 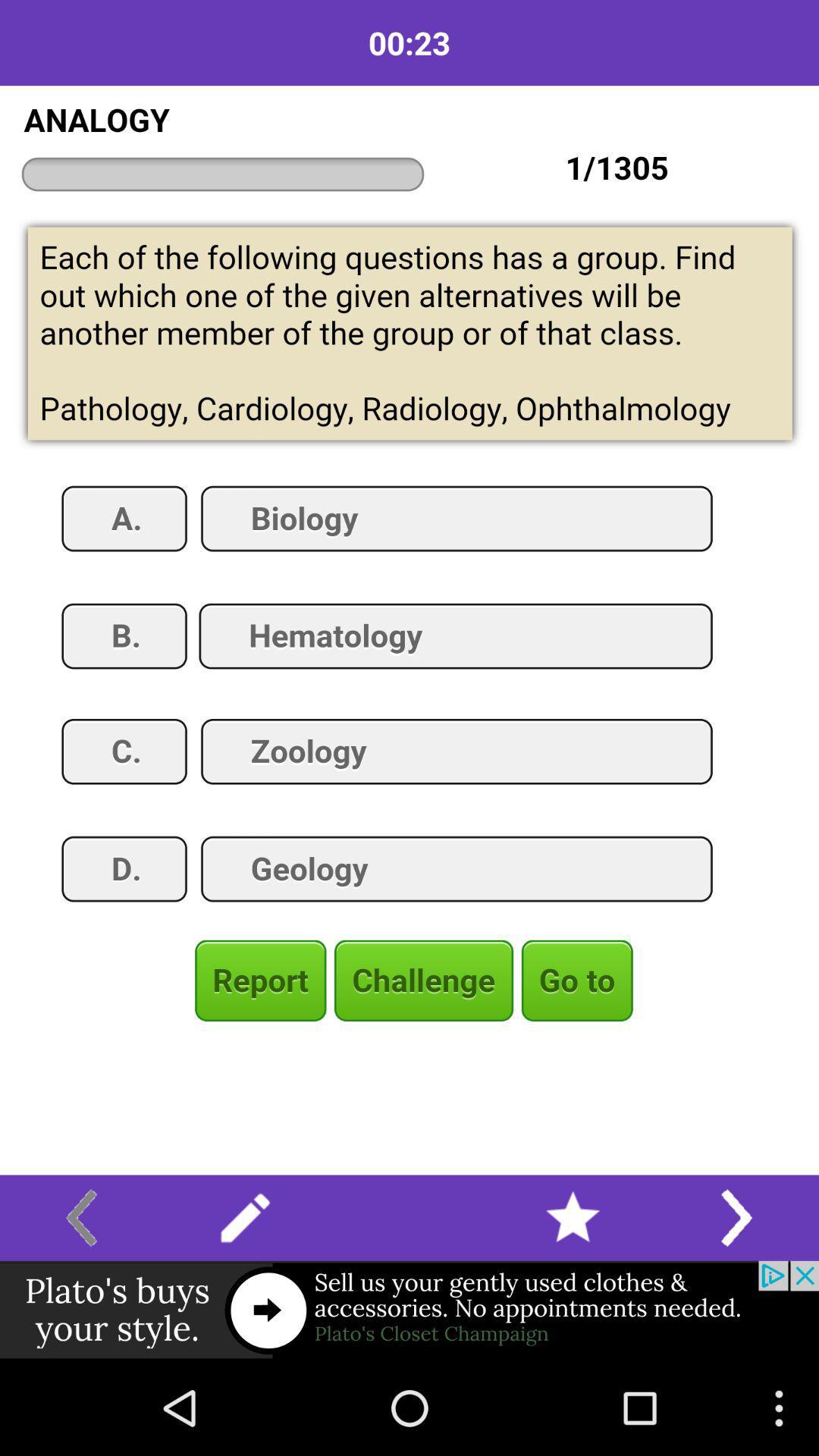 What do you see at coordinates (81, 1218) in the screenshot?
I see `previous botton` at bounding box center [81, 1218].